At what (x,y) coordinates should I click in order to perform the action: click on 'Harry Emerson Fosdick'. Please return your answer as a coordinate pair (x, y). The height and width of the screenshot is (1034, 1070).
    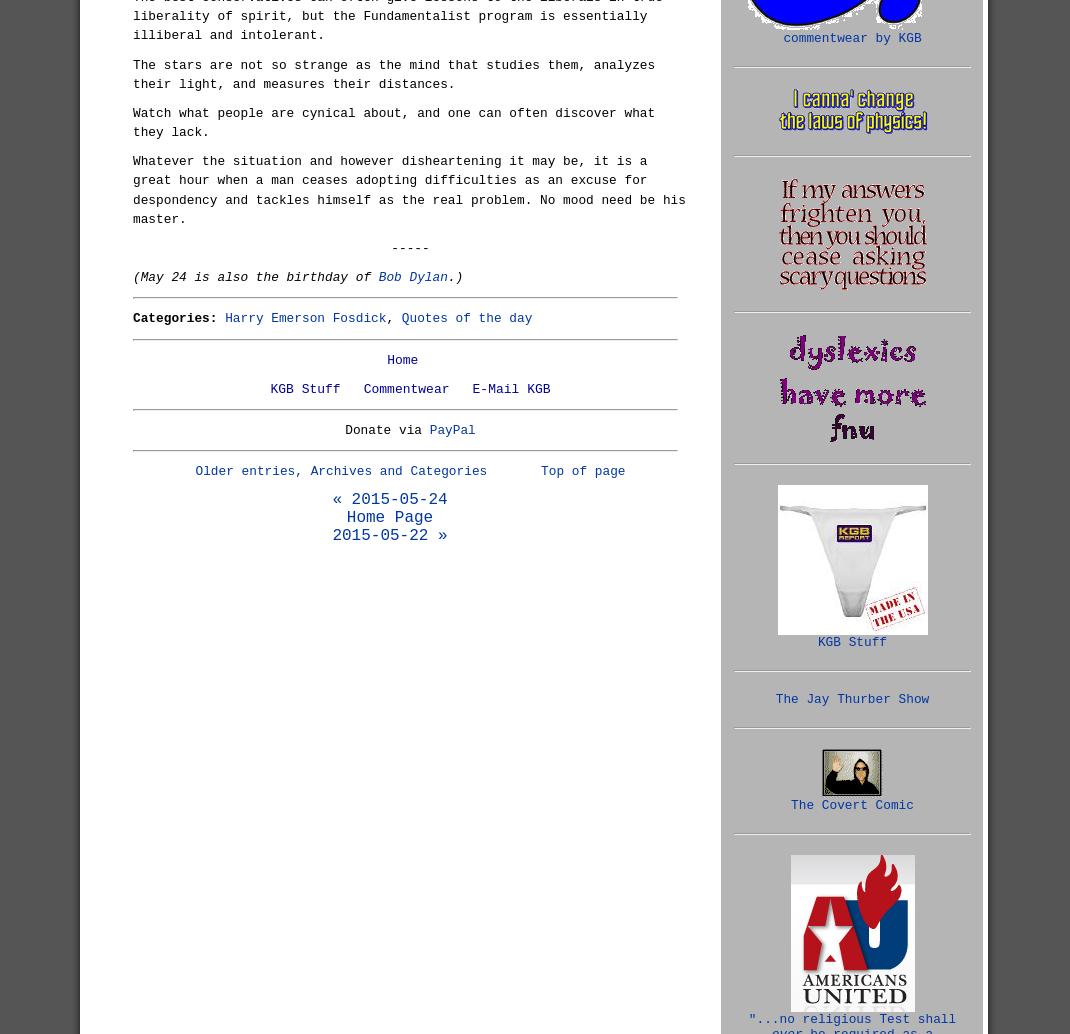
    Looking at the image, I should click on (305, 317).